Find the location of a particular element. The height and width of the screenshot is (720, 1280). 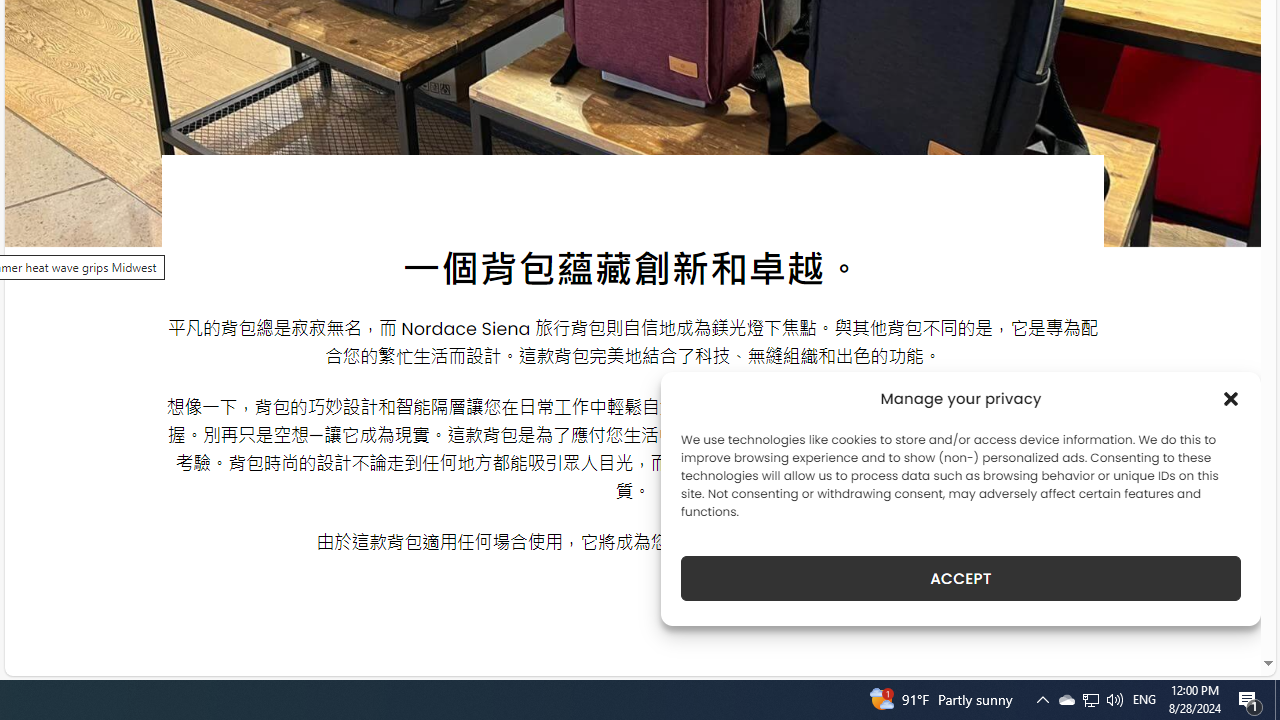

'Class: cmplz-close' is located at coordinates (1230, 398).